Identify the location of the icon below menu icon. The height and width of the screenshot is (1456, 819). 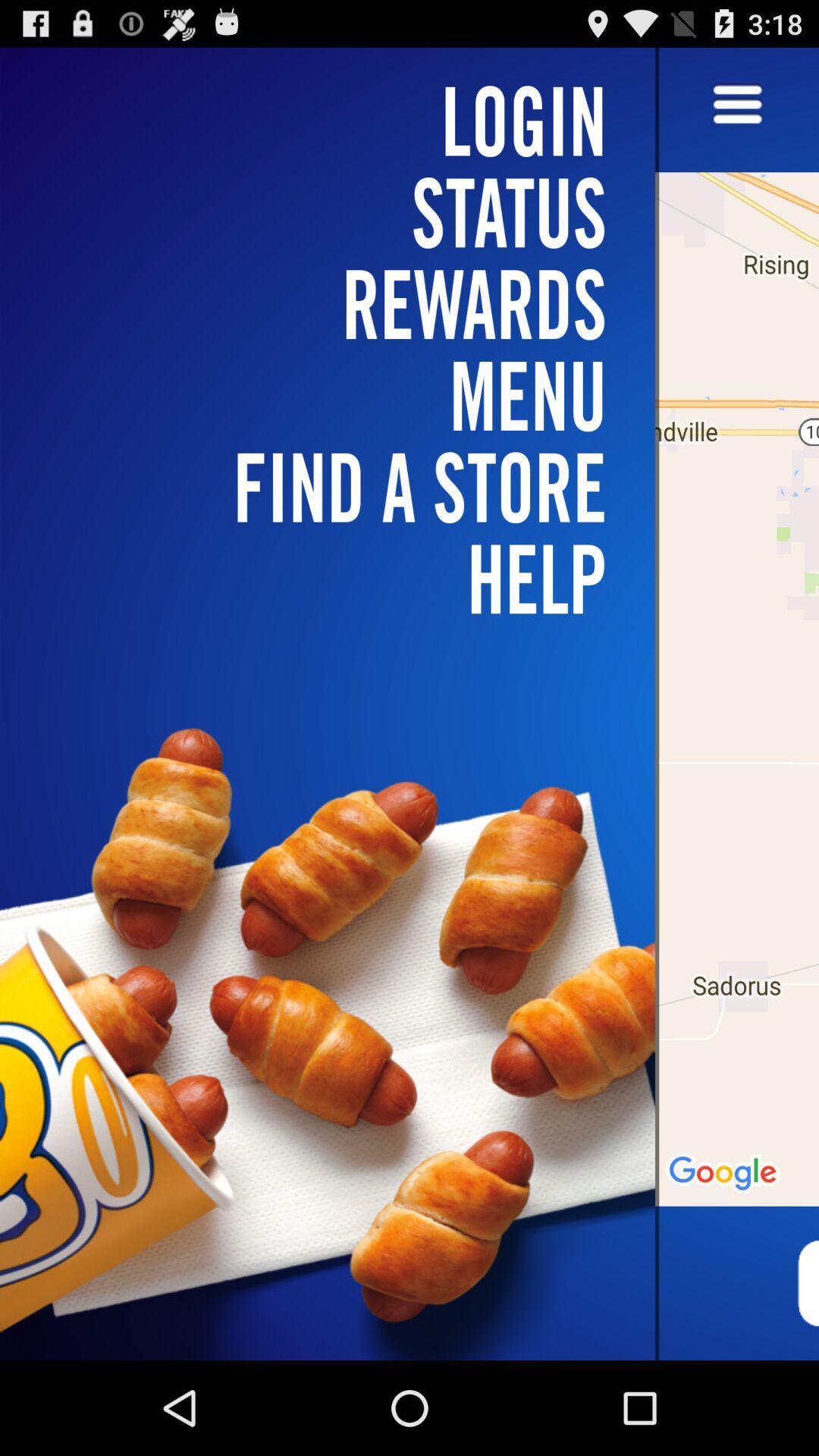
(336, 578).